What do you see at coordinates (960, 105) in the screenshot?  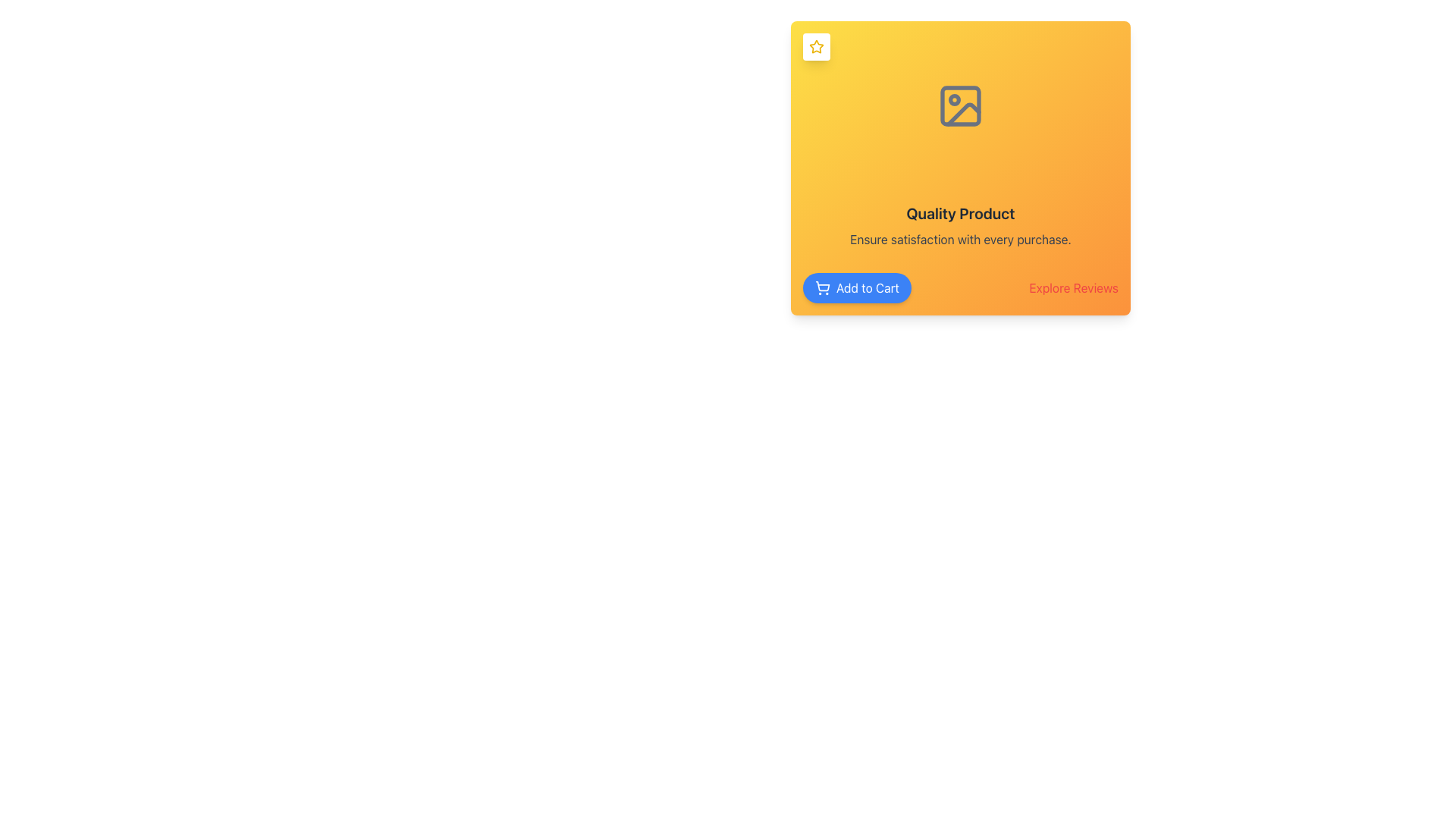 I see `the Decorative Image Section, which is an orange-themed rectangular section with a gradient background and a gray icon resembling an image frame, located at the top of the card layout` at bounding box center [960, 105].